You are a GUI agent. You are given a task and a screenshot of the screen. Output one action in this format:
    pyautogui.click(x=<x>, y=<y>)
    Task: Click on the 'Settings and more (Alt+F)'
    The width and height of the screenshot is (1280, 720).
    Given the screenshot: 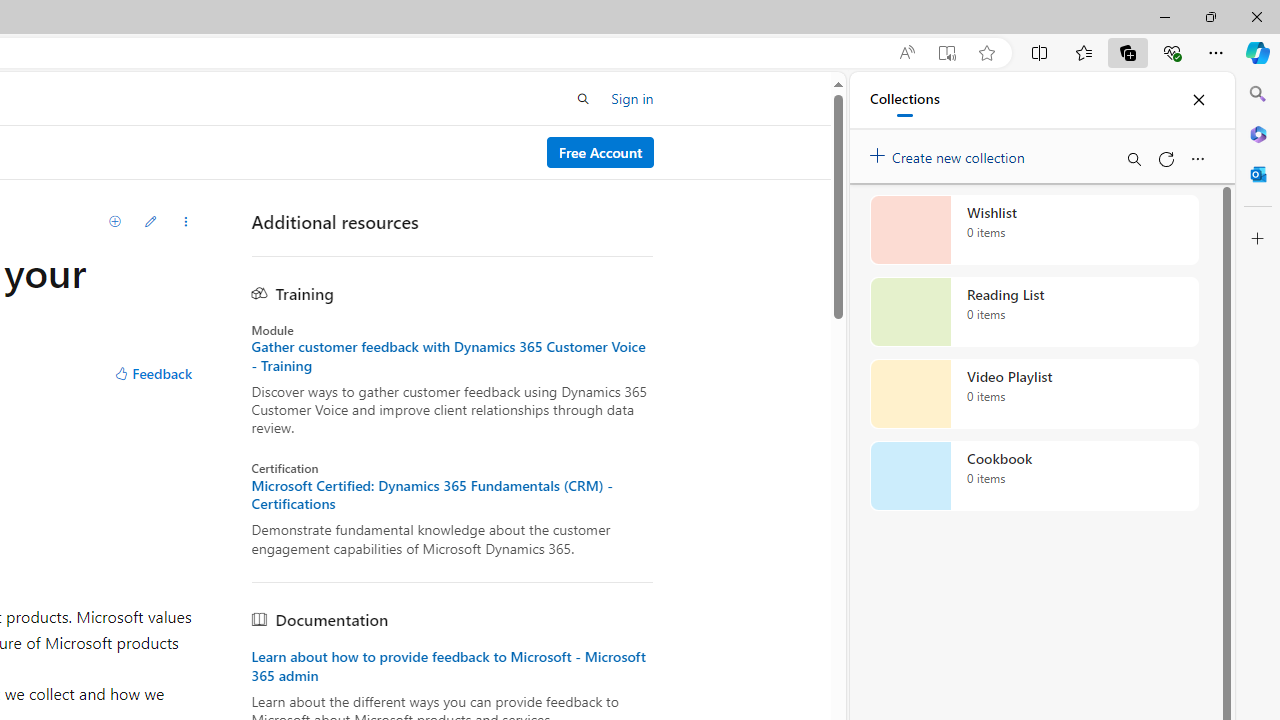 What is the action you would take?
    pyautogui.click(x=1215, y=51)
    